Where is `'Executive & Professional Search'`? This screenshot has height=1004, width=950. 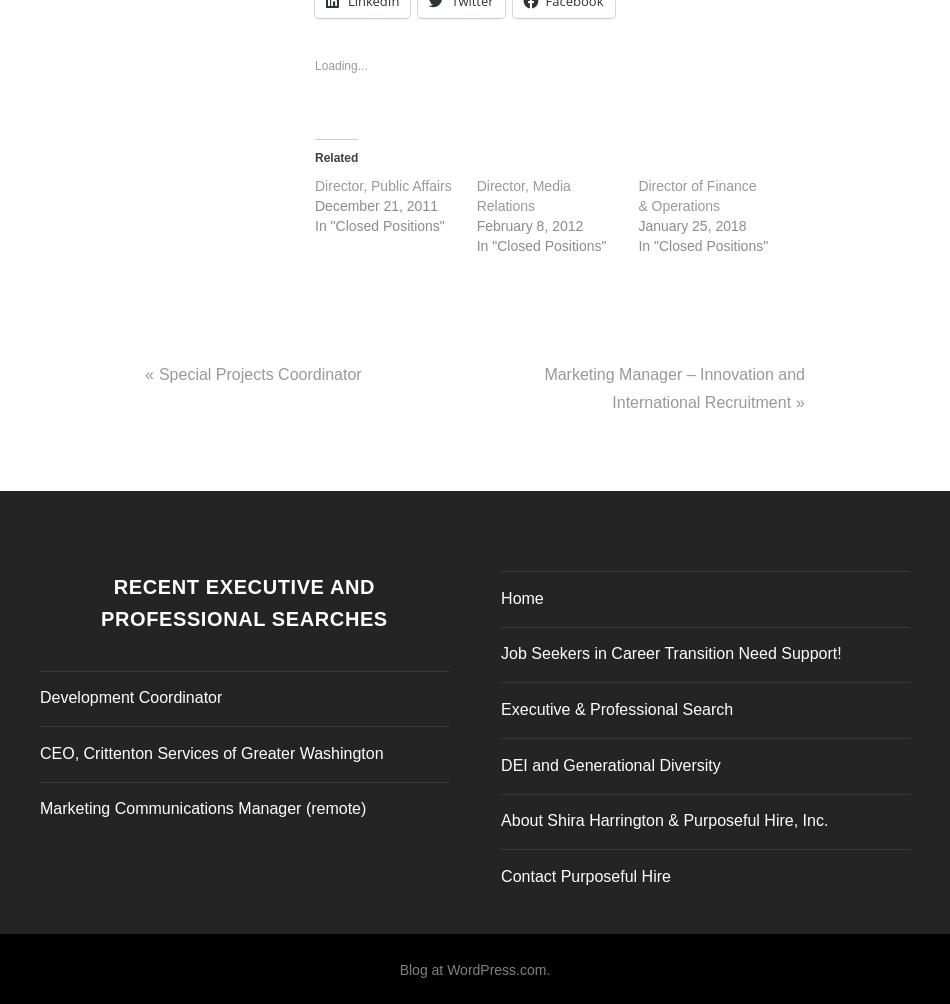 'Executive & Professional Search' is located at coordinates (617, 702).